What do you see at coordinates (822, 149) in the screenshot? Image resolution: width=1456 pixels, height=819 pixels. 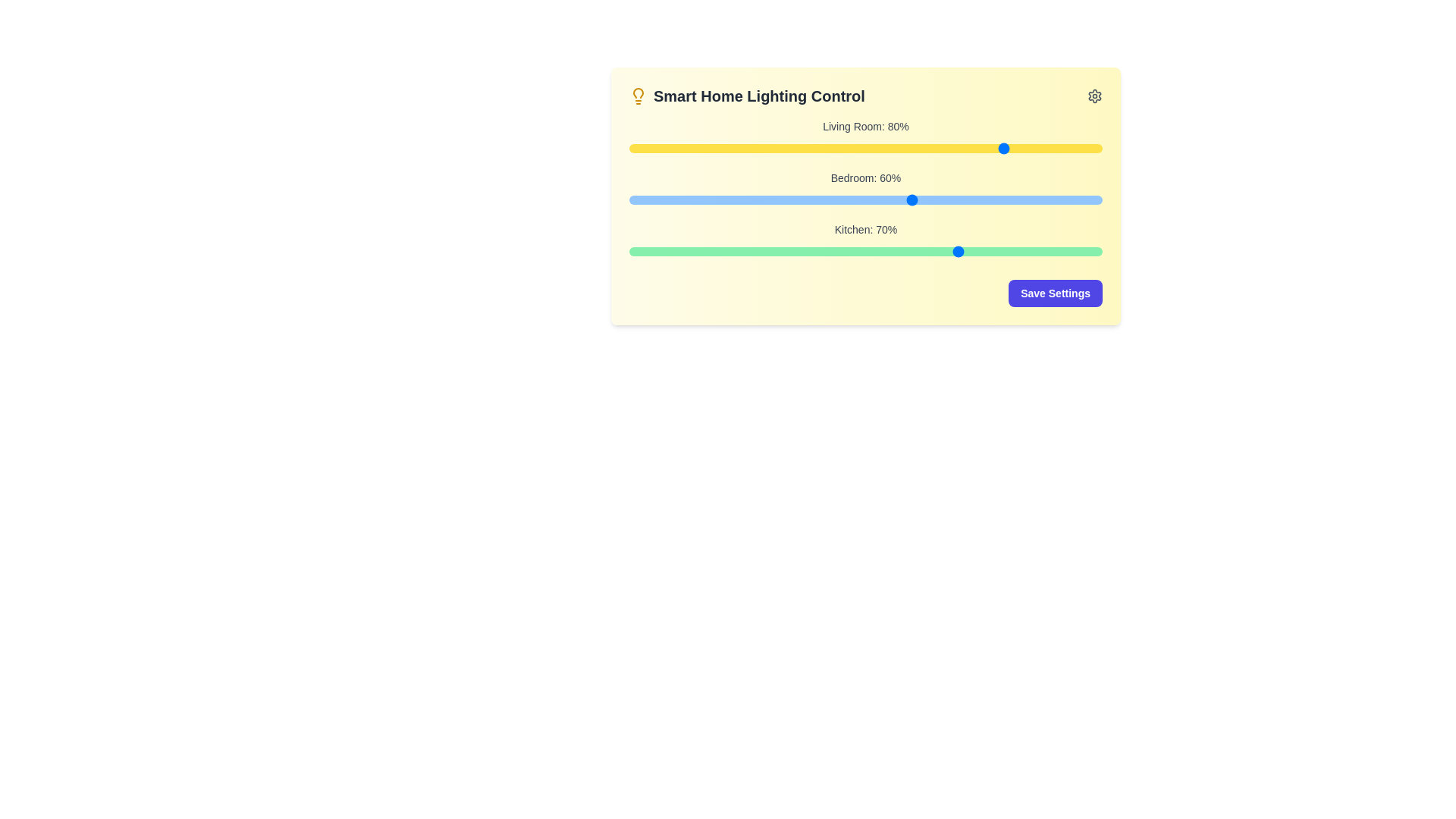 I see `the living room light intensity` at bounding box center [822, 149].